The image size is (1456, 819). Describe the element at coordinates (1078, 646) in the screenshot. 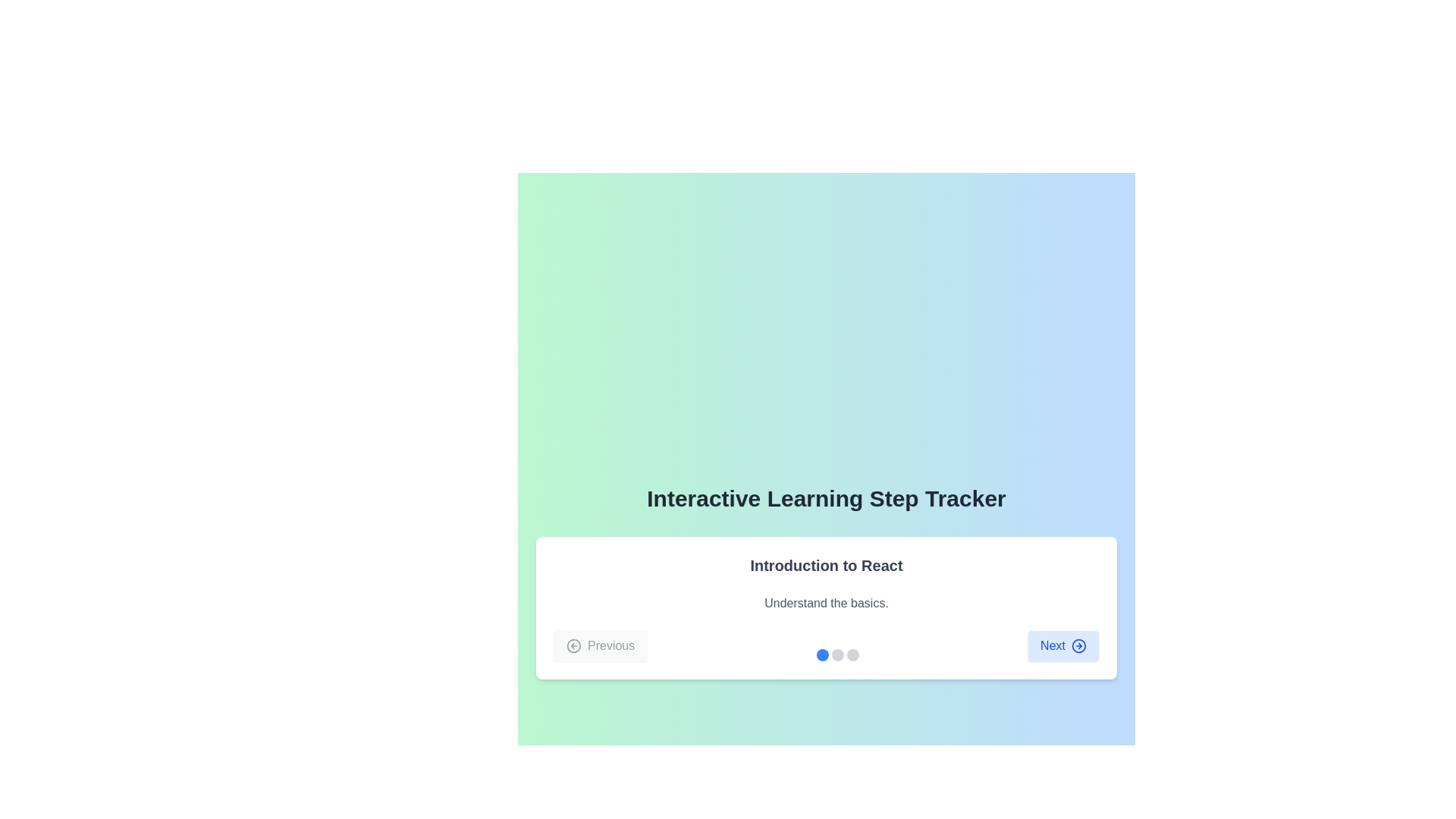

I see `the SVG Circle Component, which is a circular shape with a blue outline and light blue fill, located within the 'Next' button of the 'Interactive Learning Step Tracker' interface` at that location.